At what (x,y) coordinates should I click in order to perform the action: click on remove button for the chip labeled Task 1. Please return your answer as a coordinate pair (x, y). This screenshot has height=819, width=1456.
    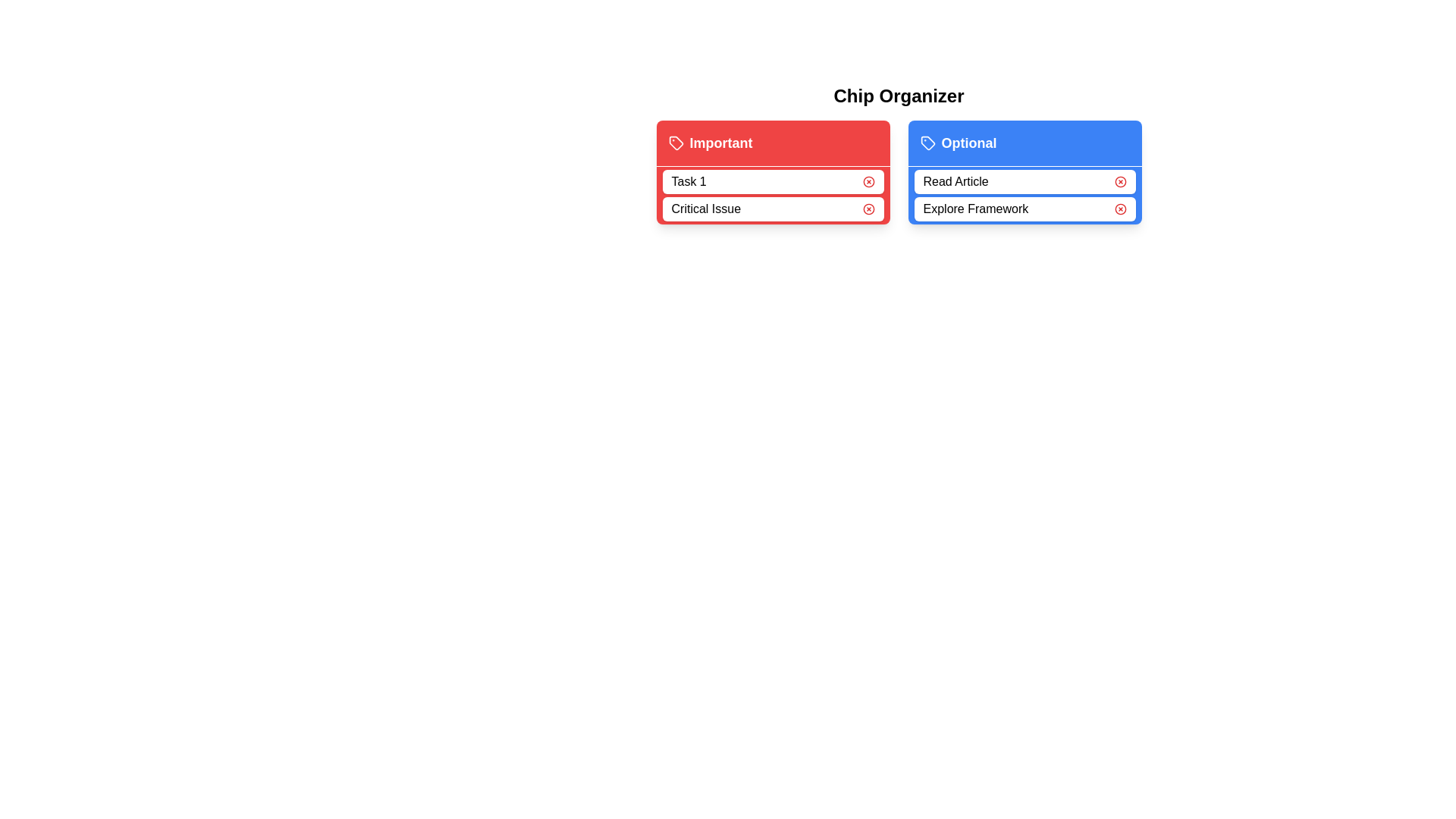
    Looking at the image, I should click on (868, 180).